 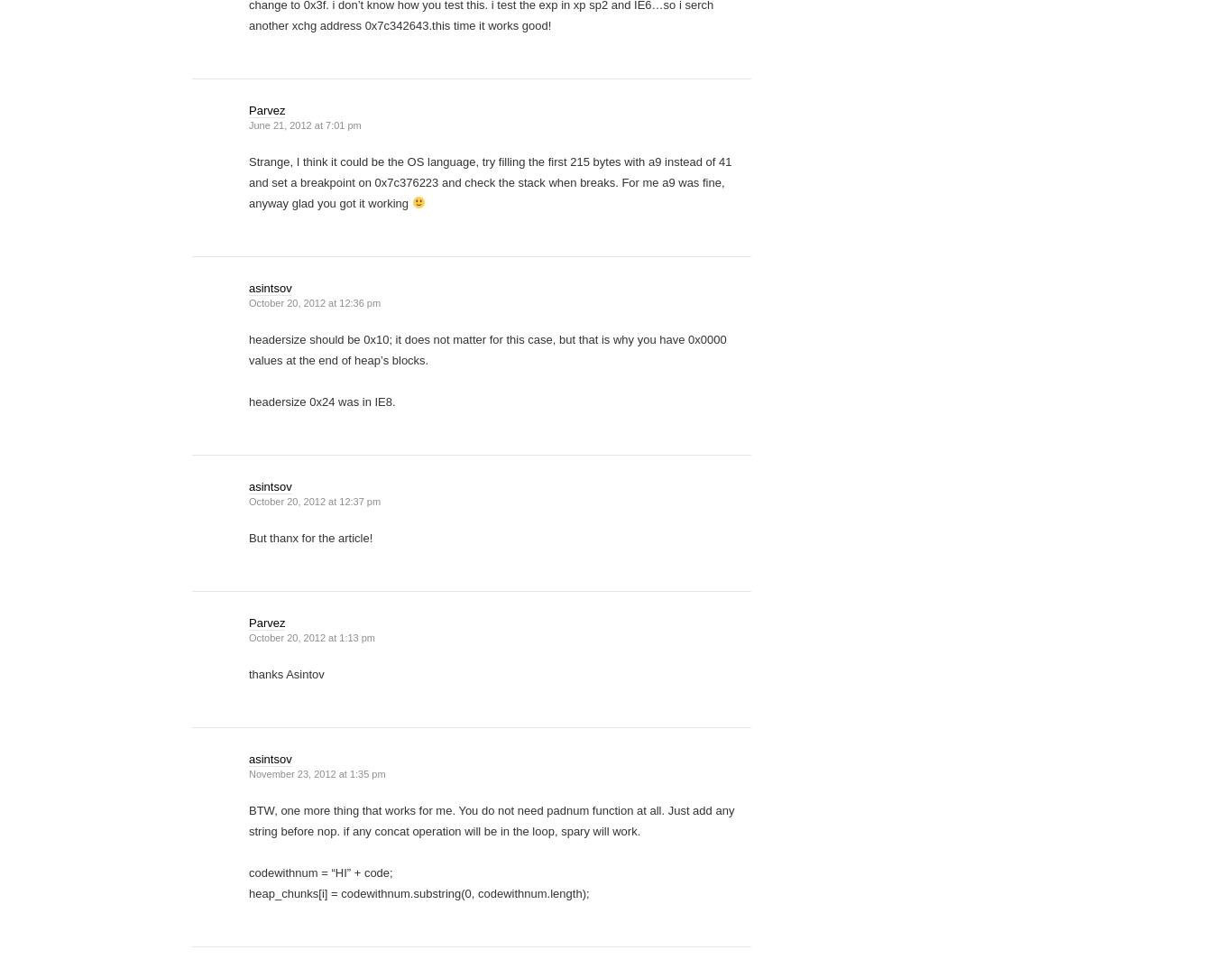 I want to click on 'October 20, 2012 at 1:13 pm', so click(x=311, y=638).